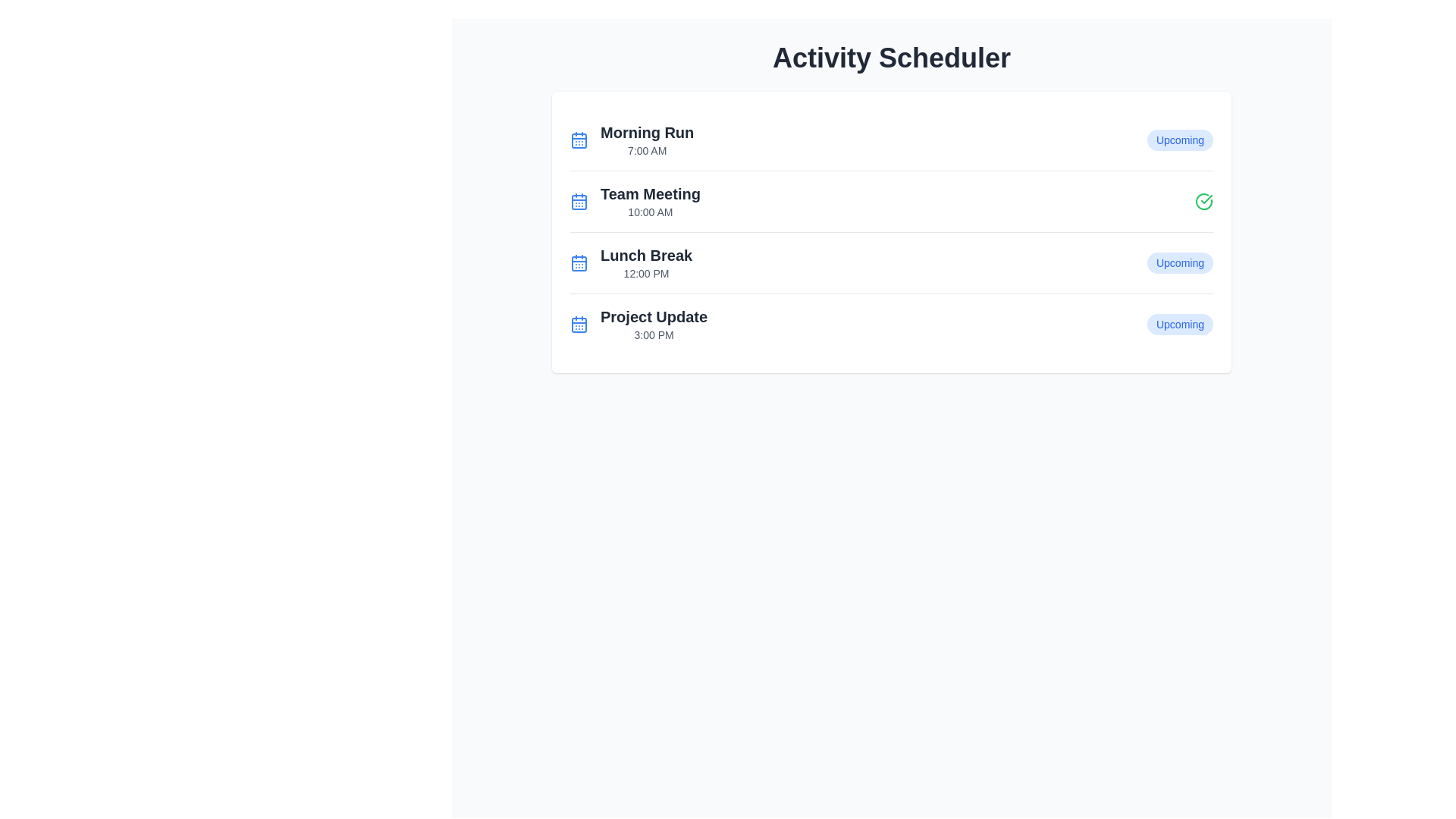 Image resolution: width=1456 pixels, height=819 pixels. What do you see at coordinates (646, 254) in the screenshot?
I see `the text element that displays 'Lunch Break' in bold, large dark gray font` at bounding box center [646, 254].